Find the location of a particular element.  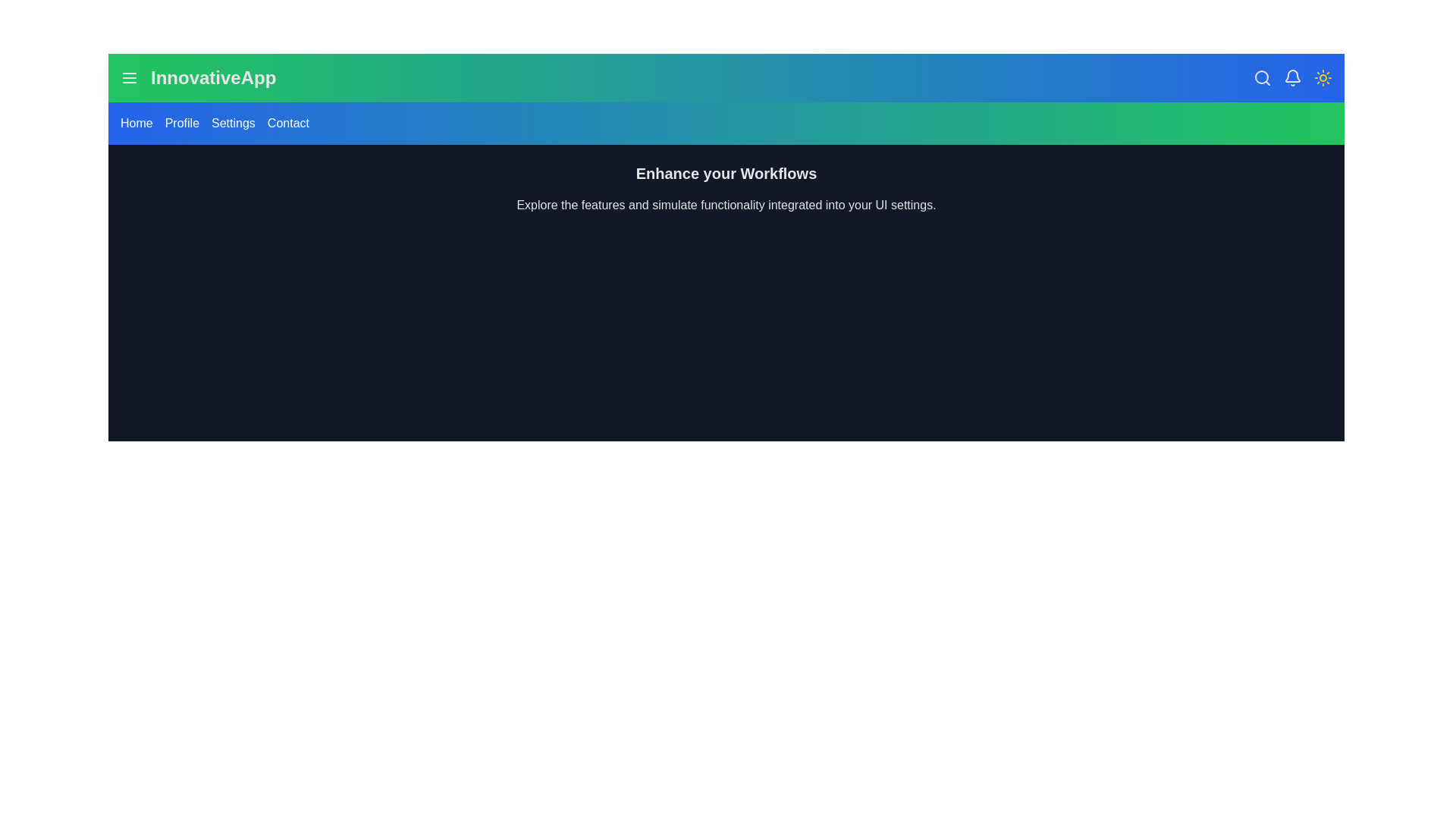

the navigation link Home to observe its hover effect is located at coordinates (136, 122).